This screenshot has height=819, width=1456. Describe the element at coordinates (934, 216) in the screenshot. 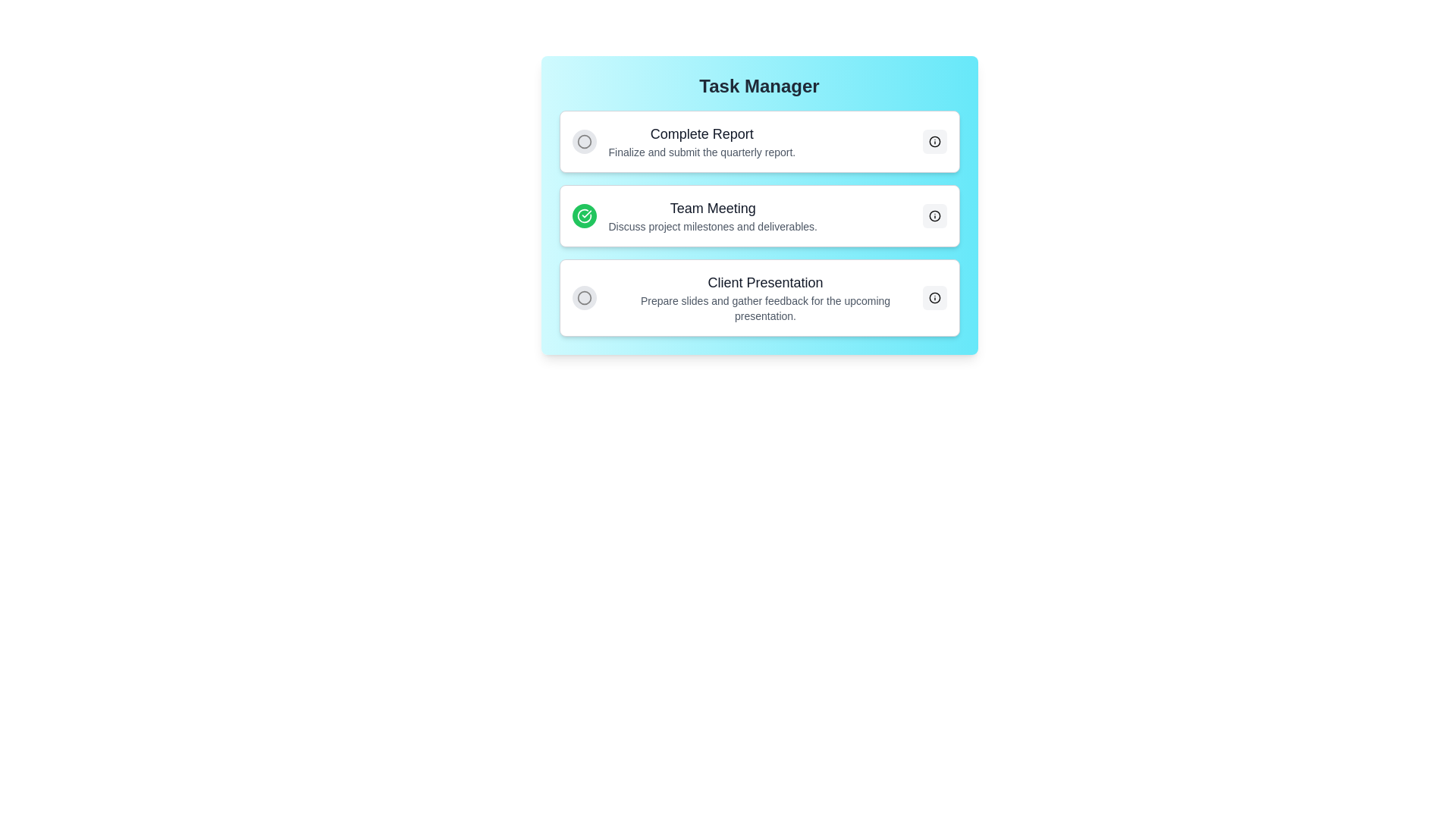

I see `the informational button located` at that location.